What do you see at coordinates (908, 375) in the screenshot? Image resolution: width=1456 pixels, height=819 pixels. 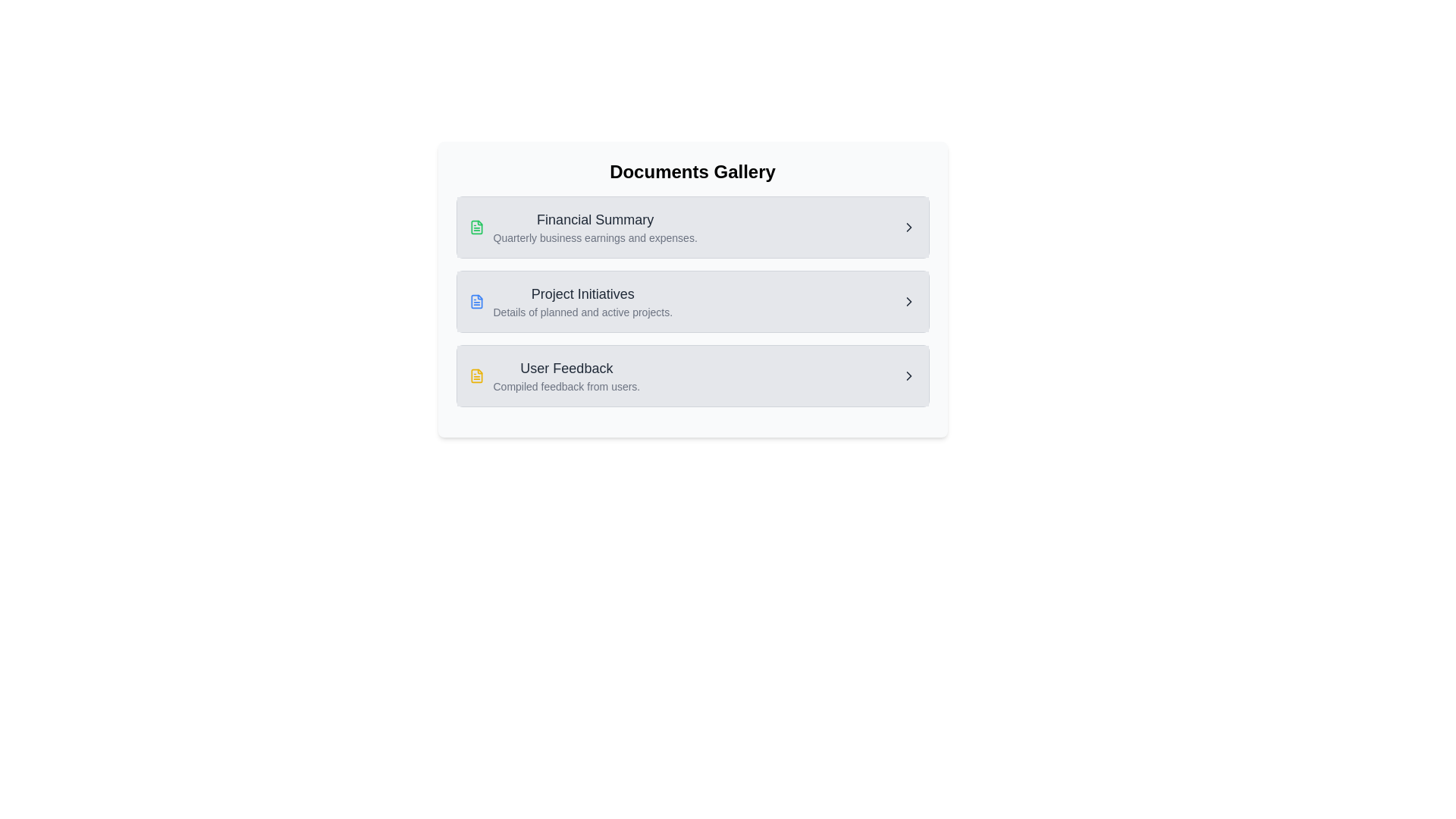 I see `the Icon button in the 'User Feedback' section, which indicates interactivity for navigation or expansion` at bounding box center [908, 375].